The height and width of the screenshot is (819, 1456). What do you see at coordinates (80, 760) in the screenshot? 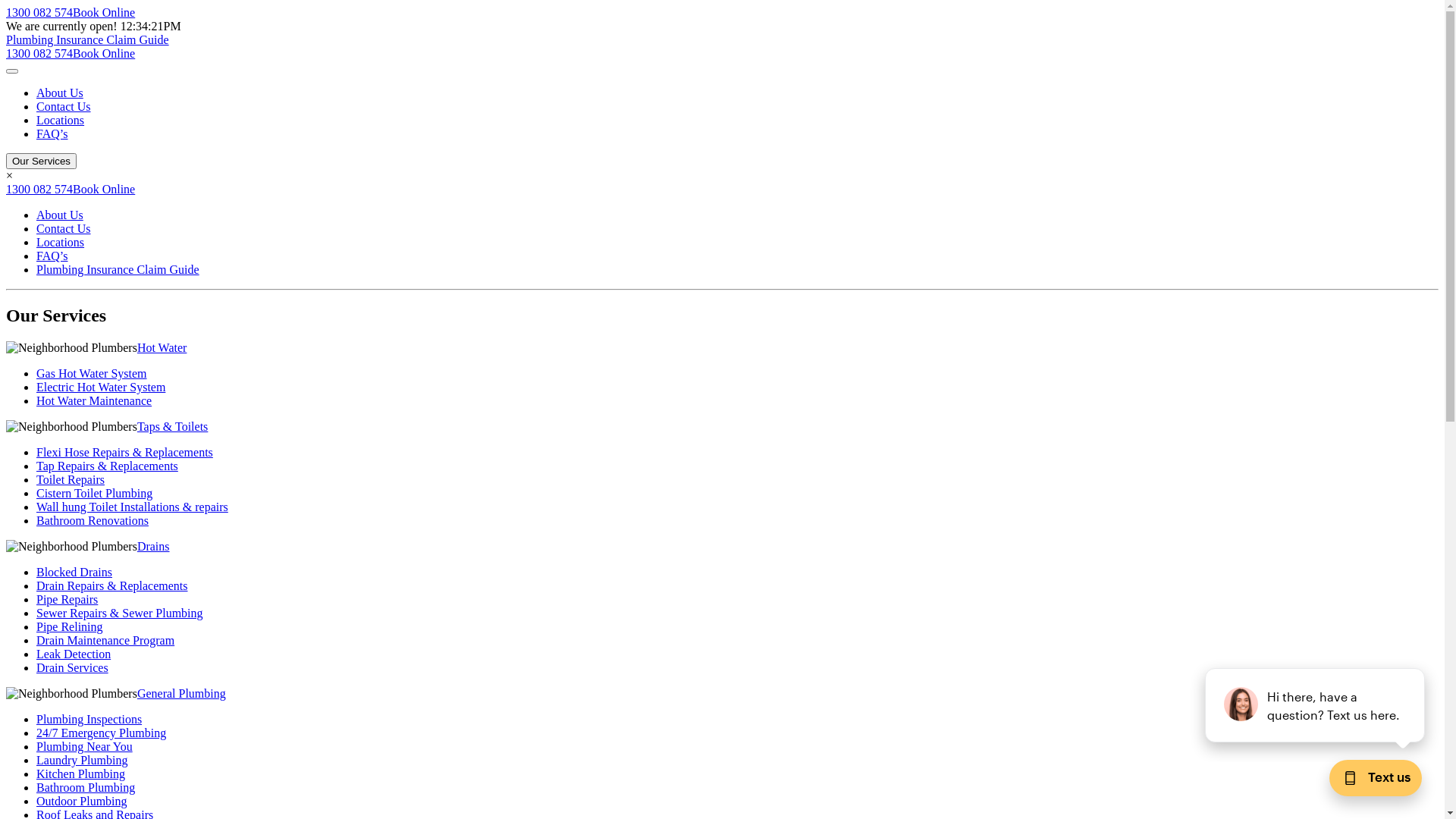
I see `'Laundry Plumbing'` at bounding box center [80, 760].